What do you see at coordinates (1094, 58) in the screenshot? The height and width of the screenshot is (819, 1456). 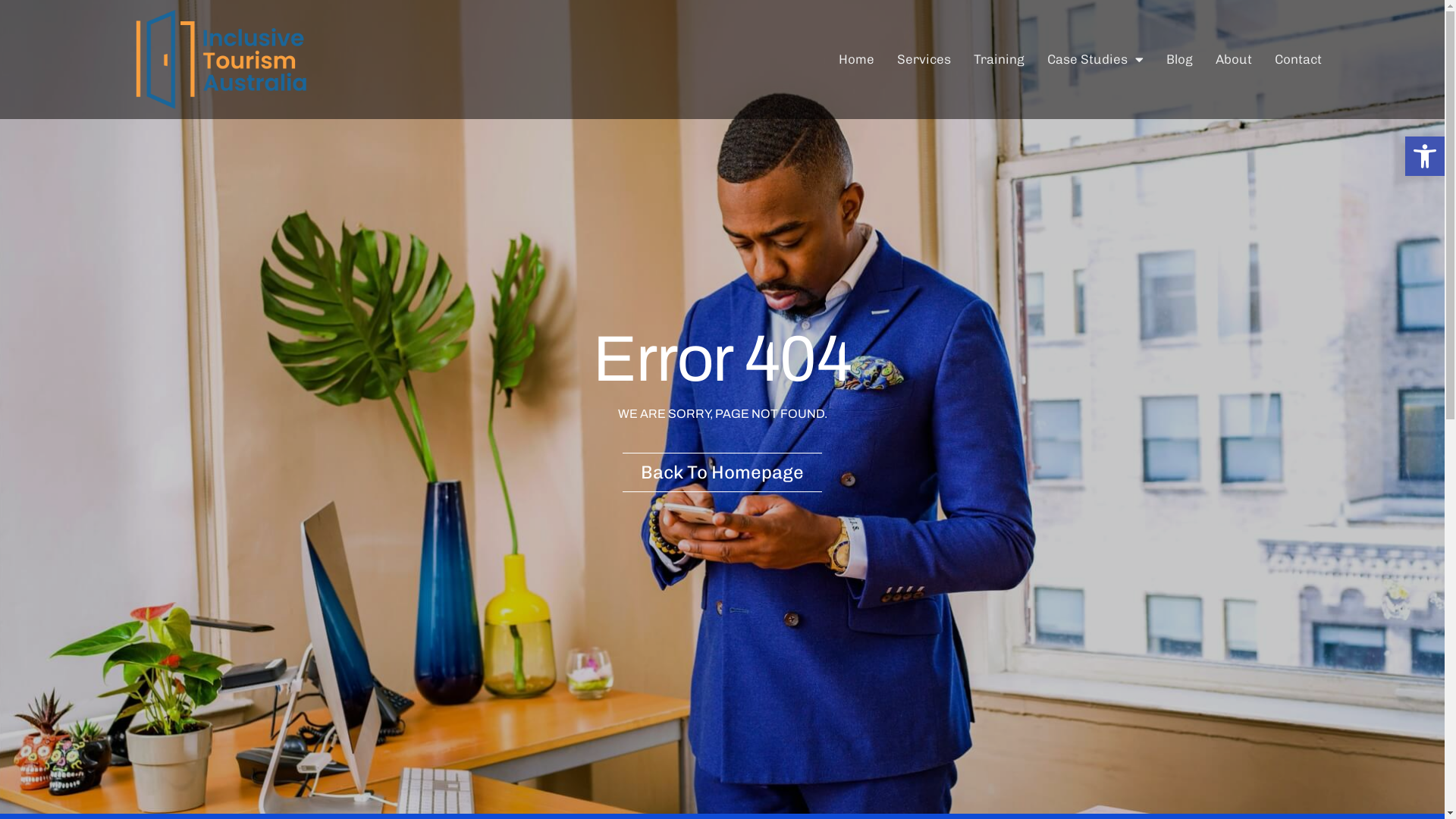 I see `'Case Studies'` at bounding box center [1094, 58].